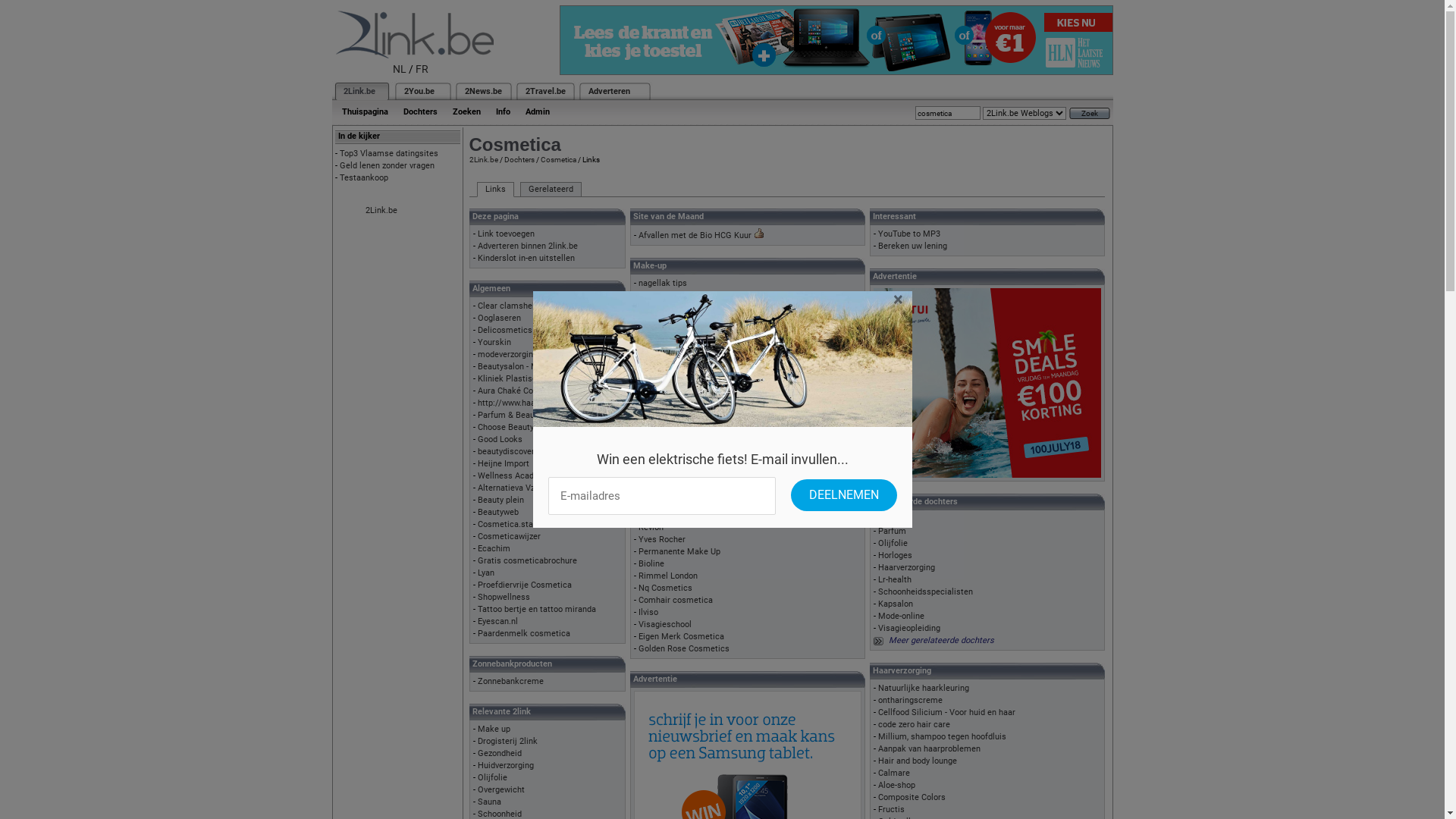 This screenshot has height=819, width=1456. I want to click on 'Aloe-shop', so click(896, 785).